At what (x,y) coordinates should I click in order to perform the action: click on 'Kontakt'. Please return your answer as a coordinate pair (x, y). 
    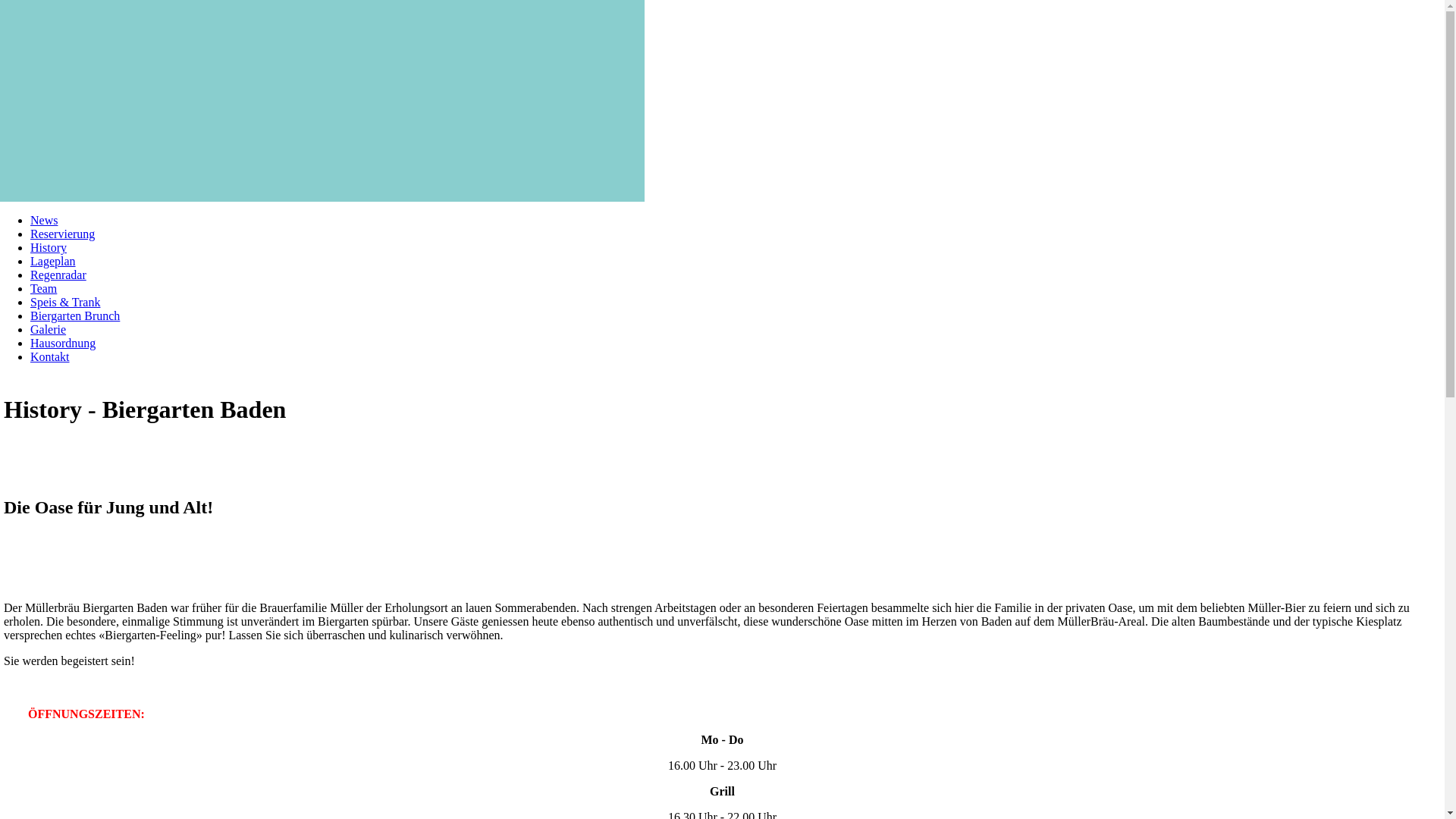
    Looking at the image, I should click on (30, 356).